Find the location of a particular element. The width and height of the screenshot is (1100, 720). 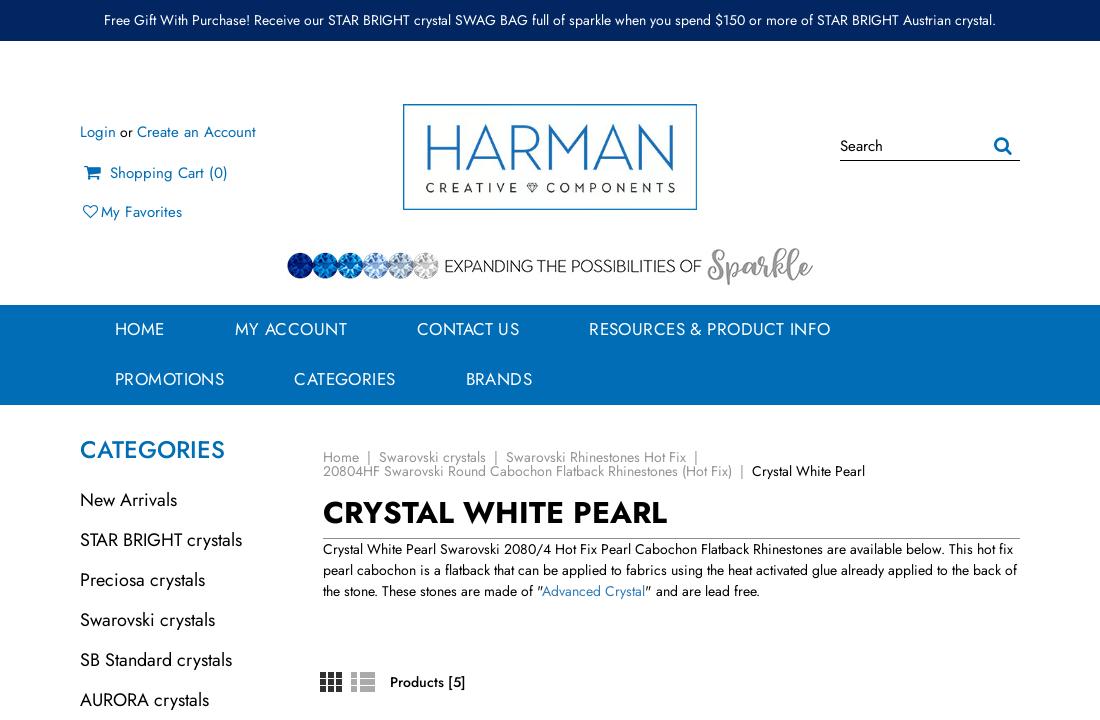

'Login' is located at coordinates (98, 131).